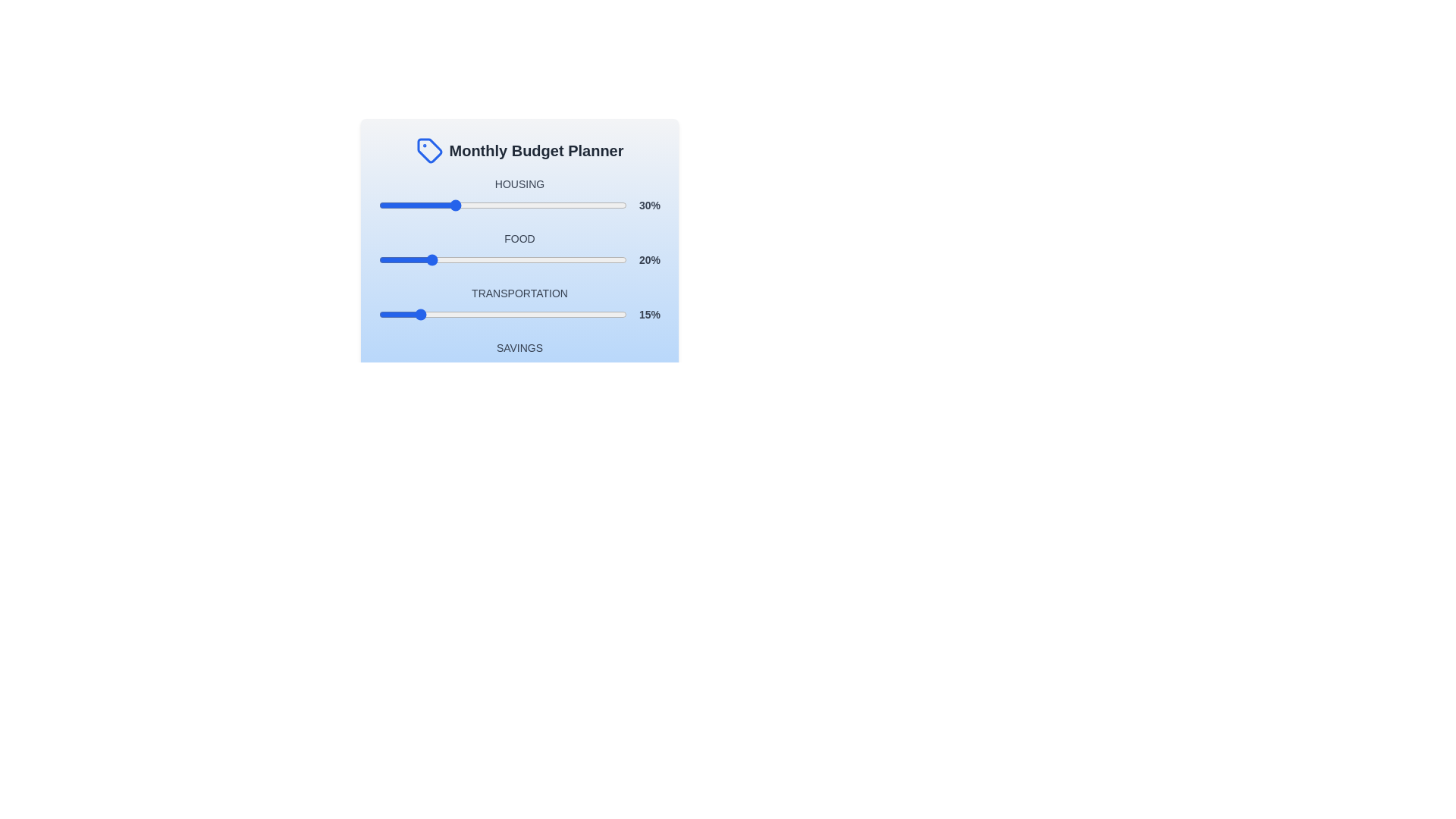 The height and width of the screenshot is (819, 1456). Describe the element at coordinates (519, 151) in the screenshot. I see `the header of the component` at that location.